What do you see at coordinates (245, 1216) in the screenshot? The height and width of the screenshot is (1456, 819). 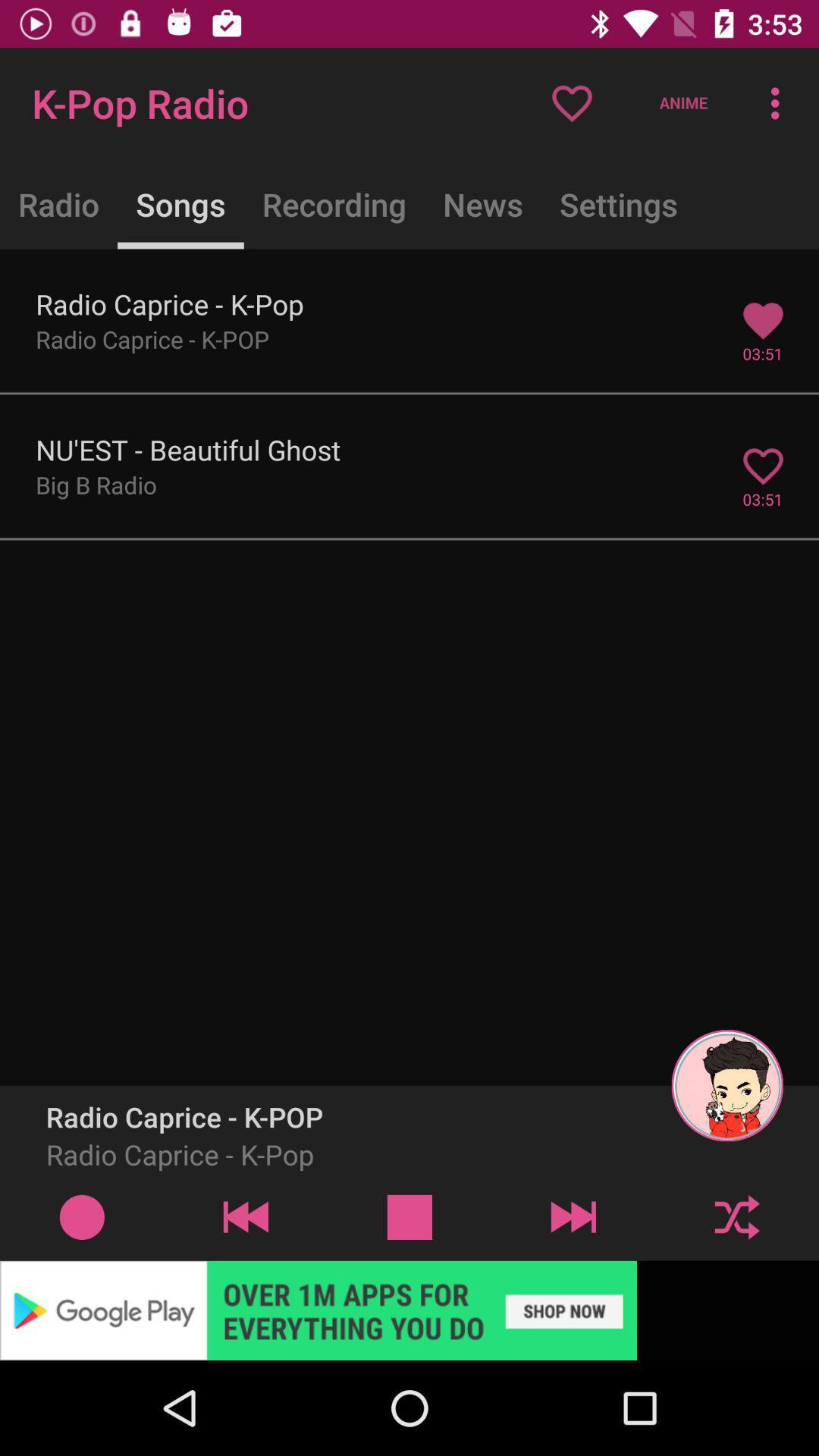 I see `rewind to beginning` at bounding box center [245, 1216].